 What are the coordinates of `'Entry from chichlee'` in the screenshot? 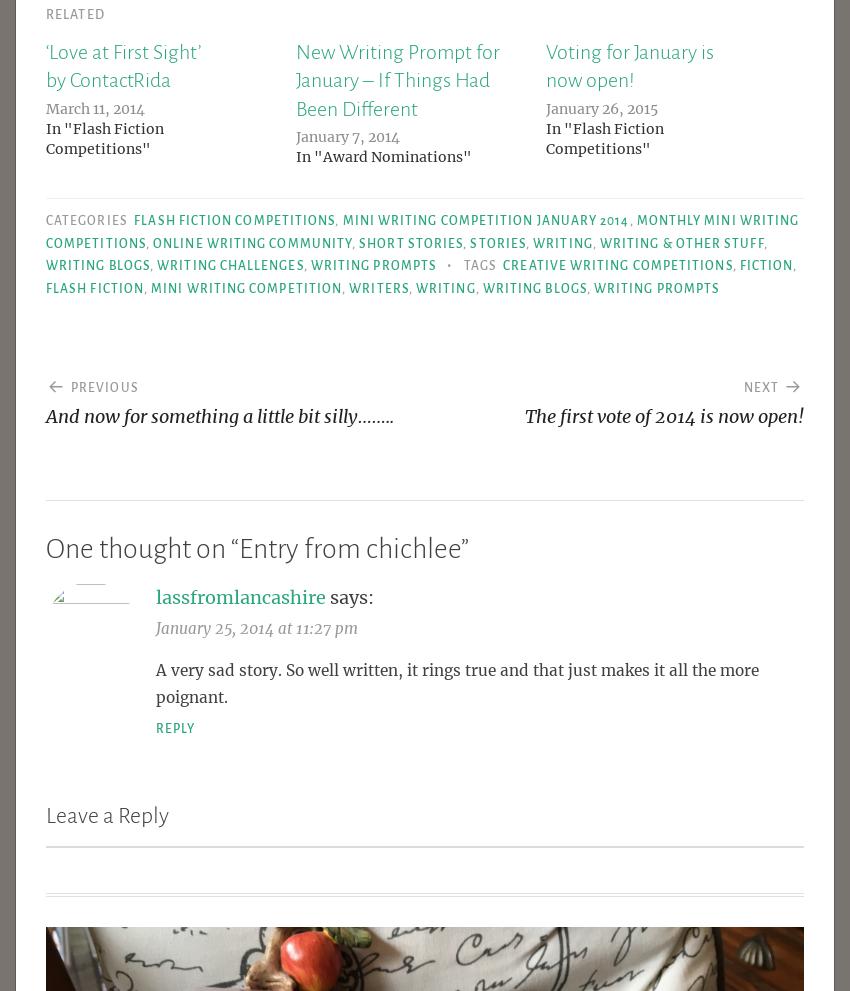 It's located at (349, 548).